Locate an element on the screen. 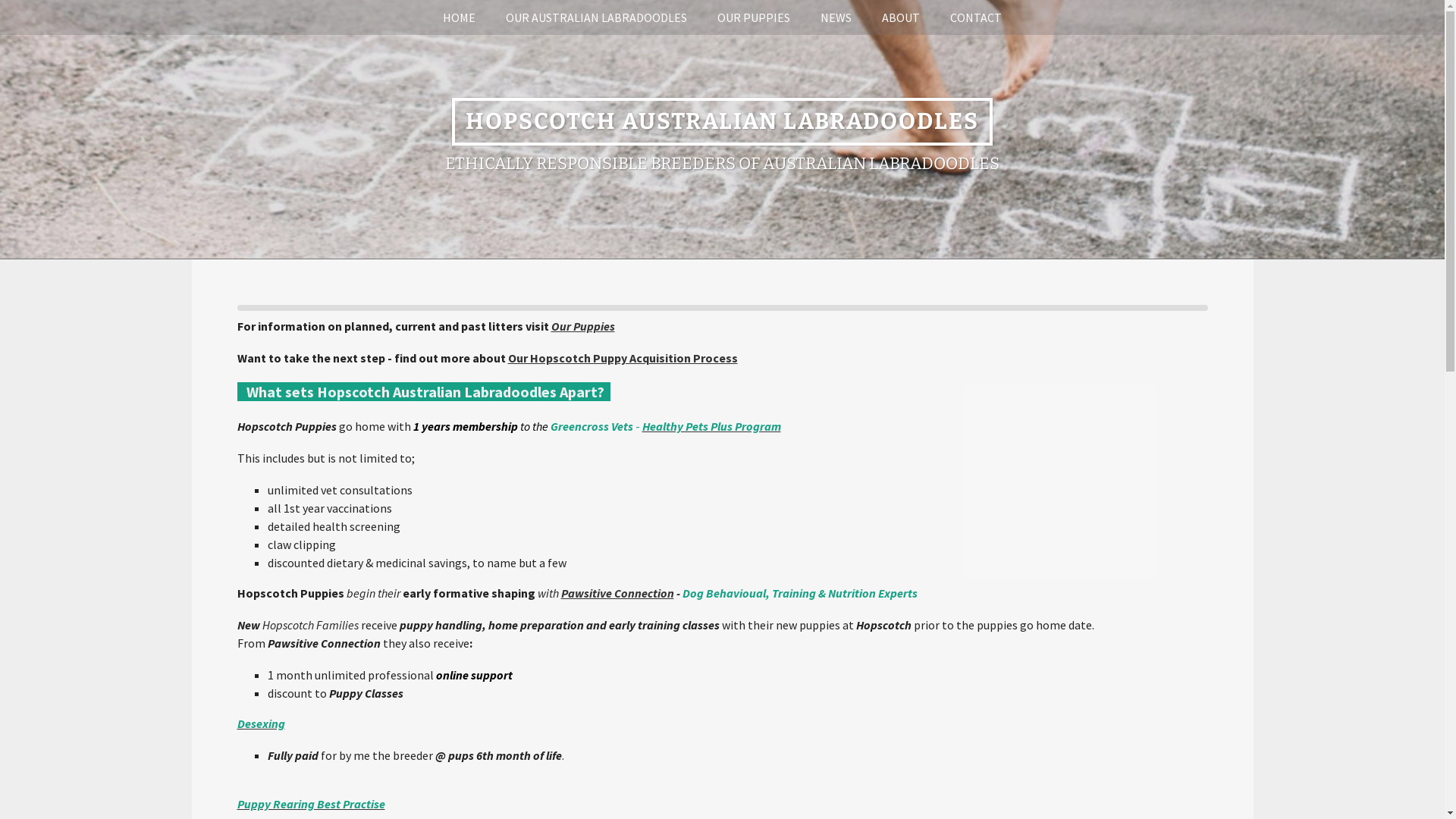 The height and width of the screenshot is (819, 1456). 'HOME' is located at coordinates (427, 17).